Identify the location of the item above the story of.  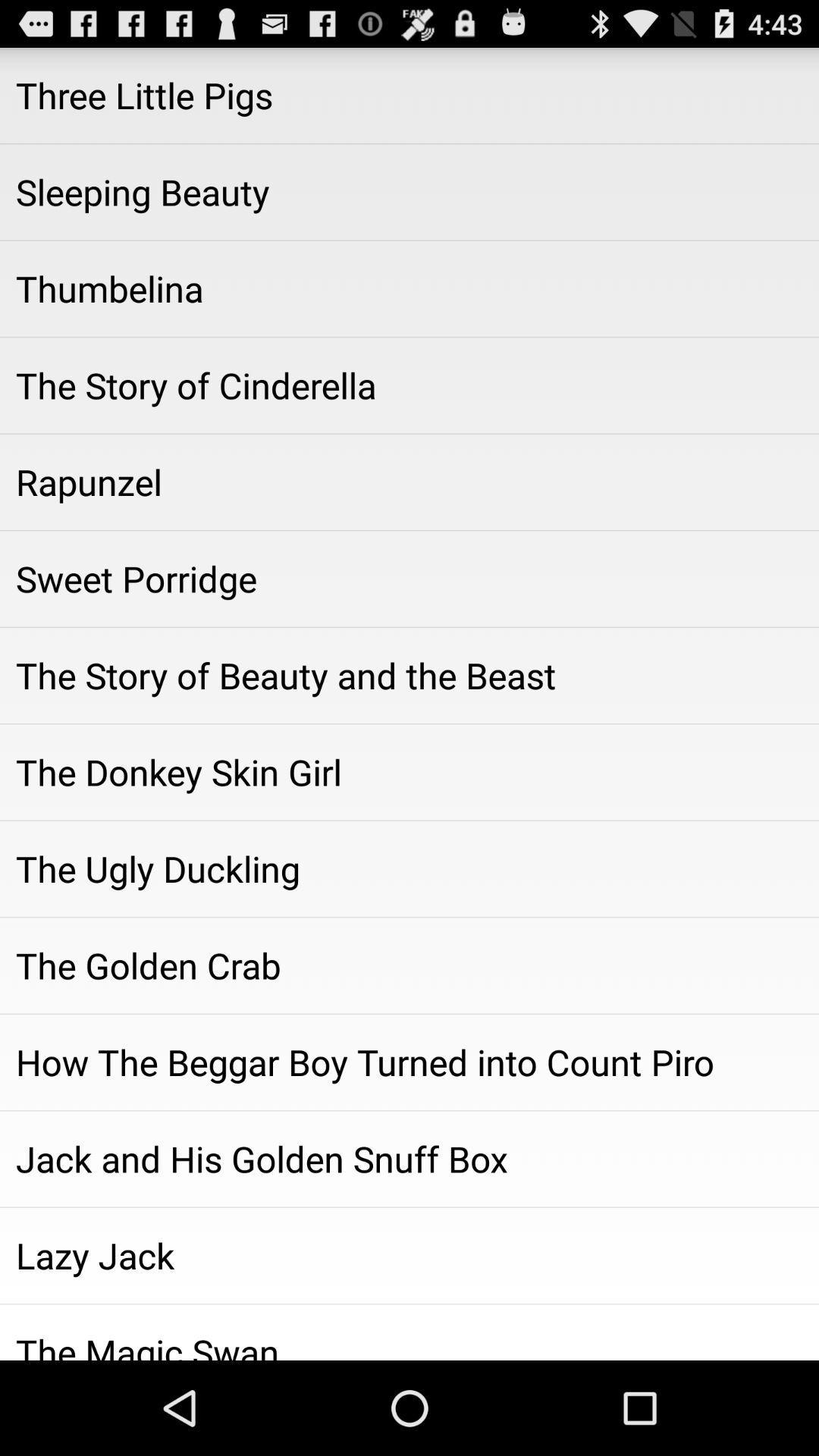
(409, 578).